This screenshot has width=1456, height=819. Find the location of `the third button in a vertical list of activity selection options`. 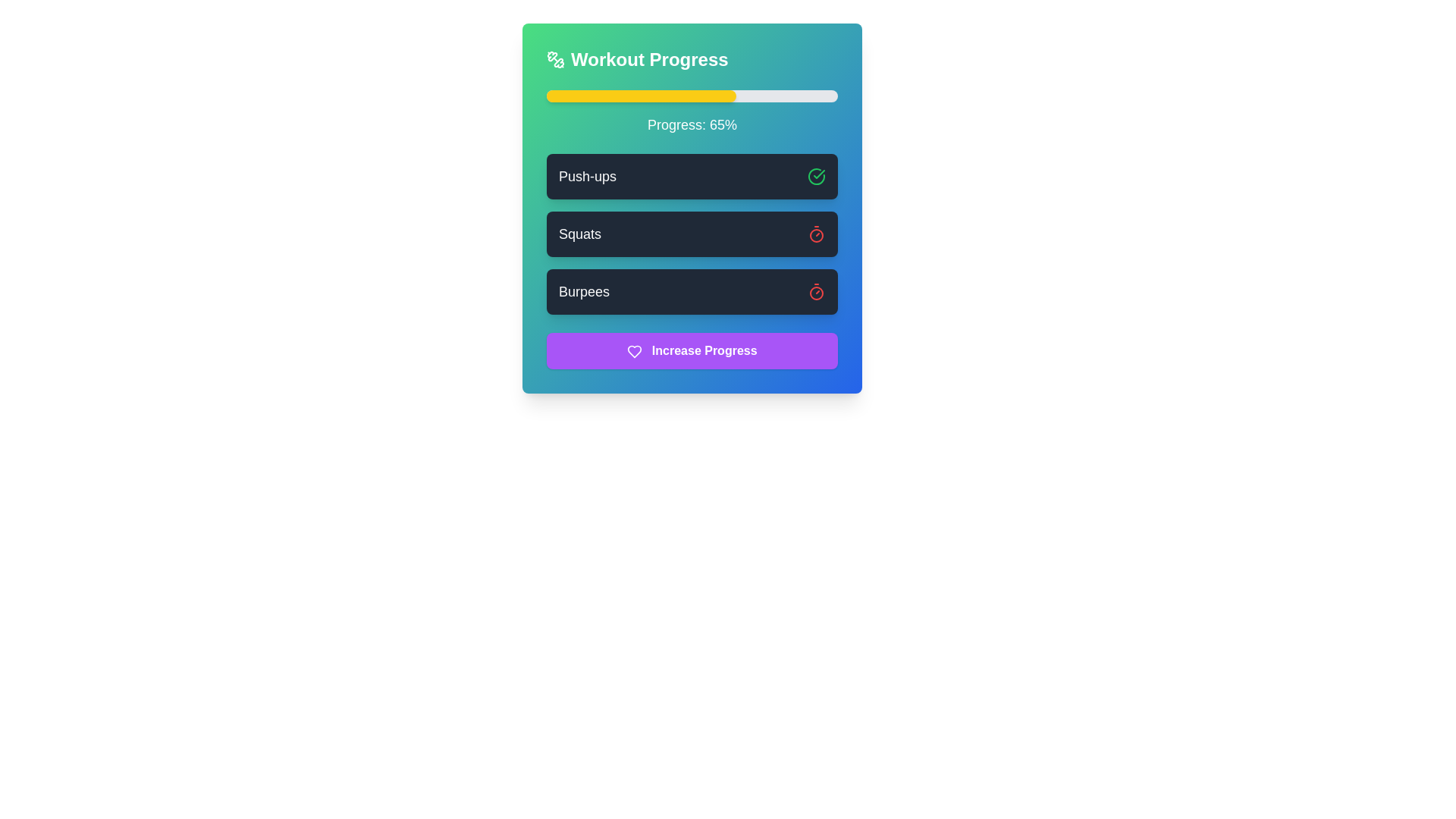

the third button in a vertical list of activity selection options is located at coordinates (691, 292).